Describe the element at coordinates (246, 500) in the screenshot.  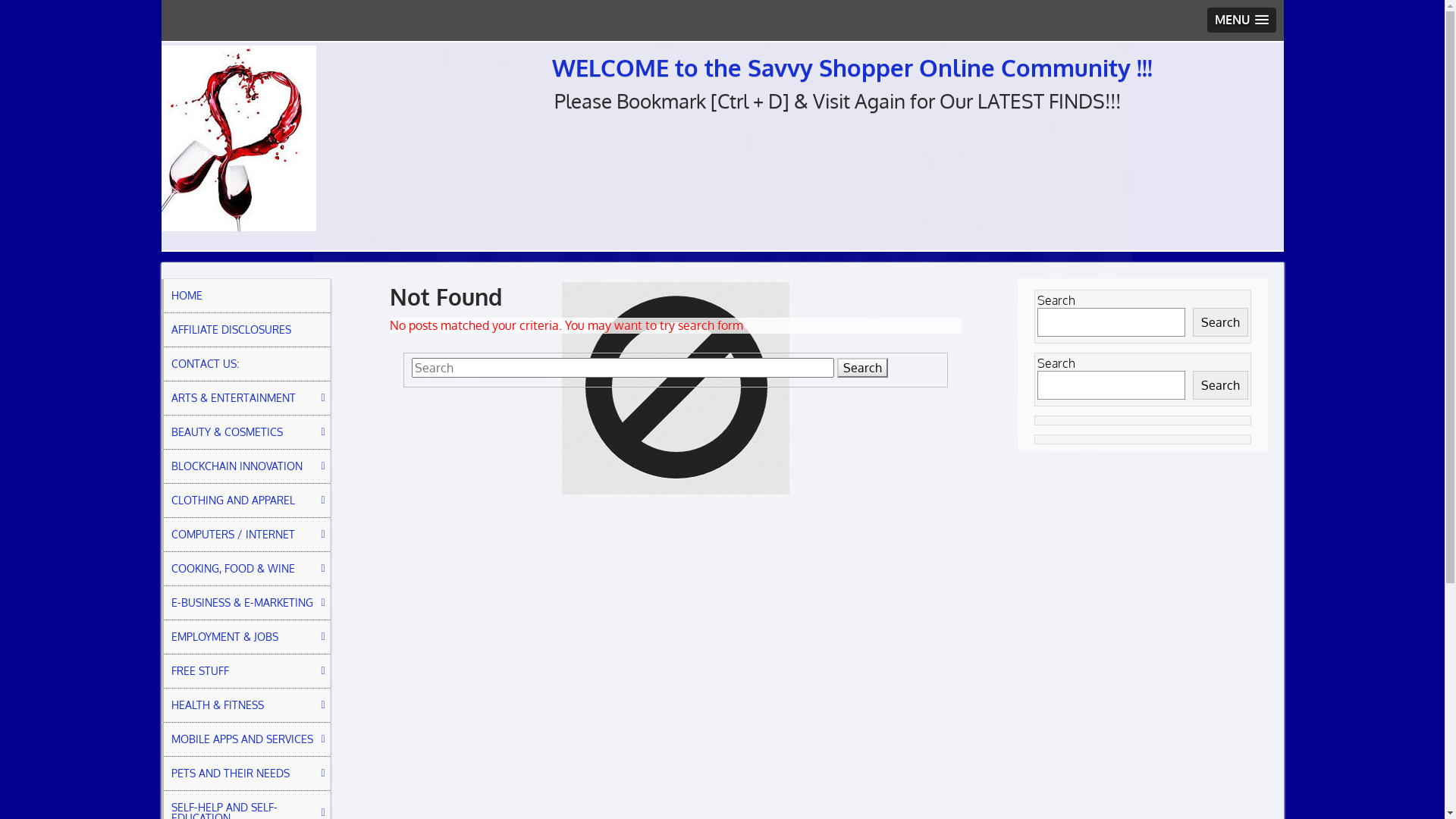
I see `'CLOTHING AND APPAREL'` at that location.